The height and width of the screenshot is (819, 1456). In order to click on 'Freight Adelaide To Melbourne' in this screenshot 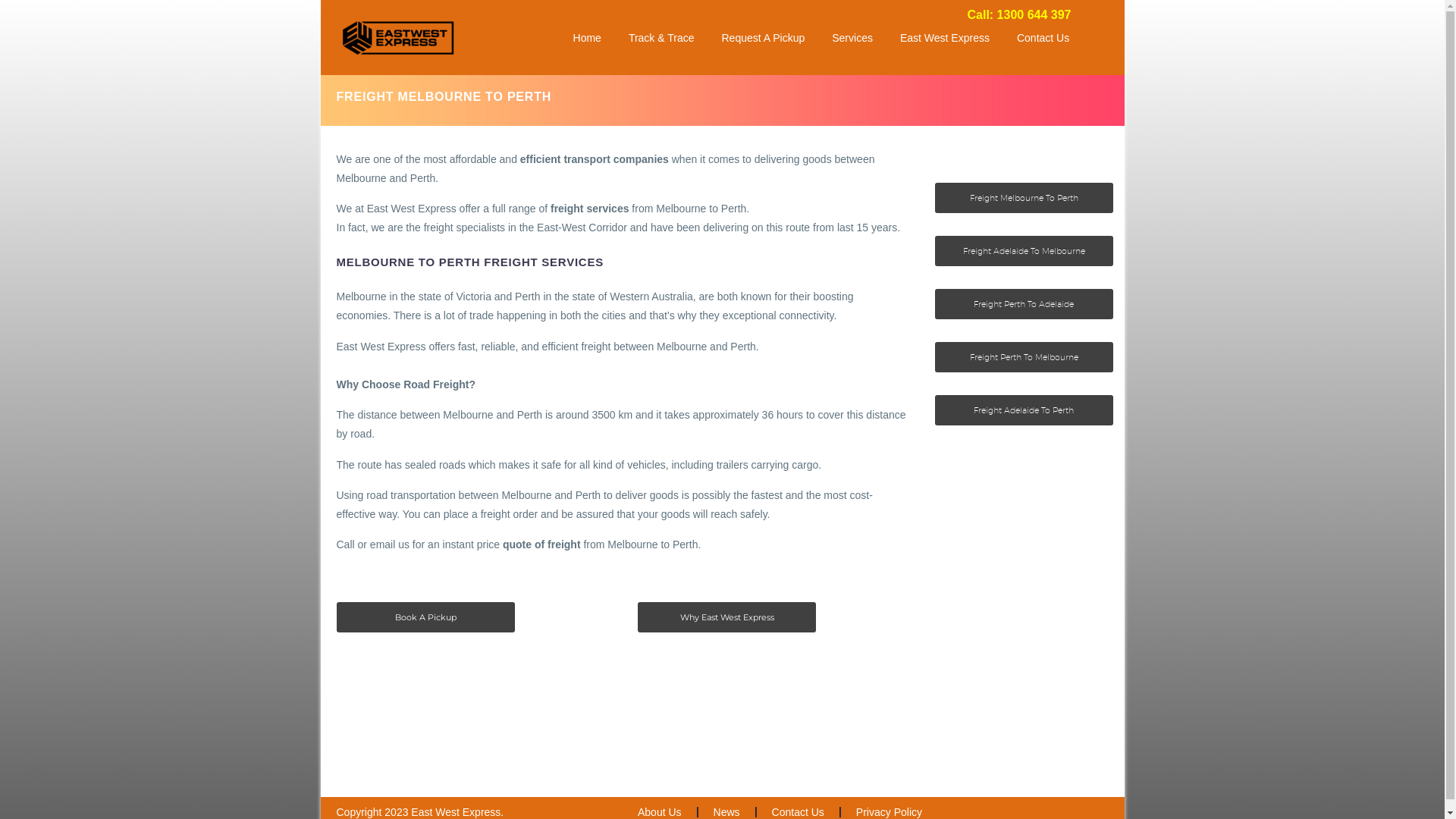, I will do `click(1023, 250)`.